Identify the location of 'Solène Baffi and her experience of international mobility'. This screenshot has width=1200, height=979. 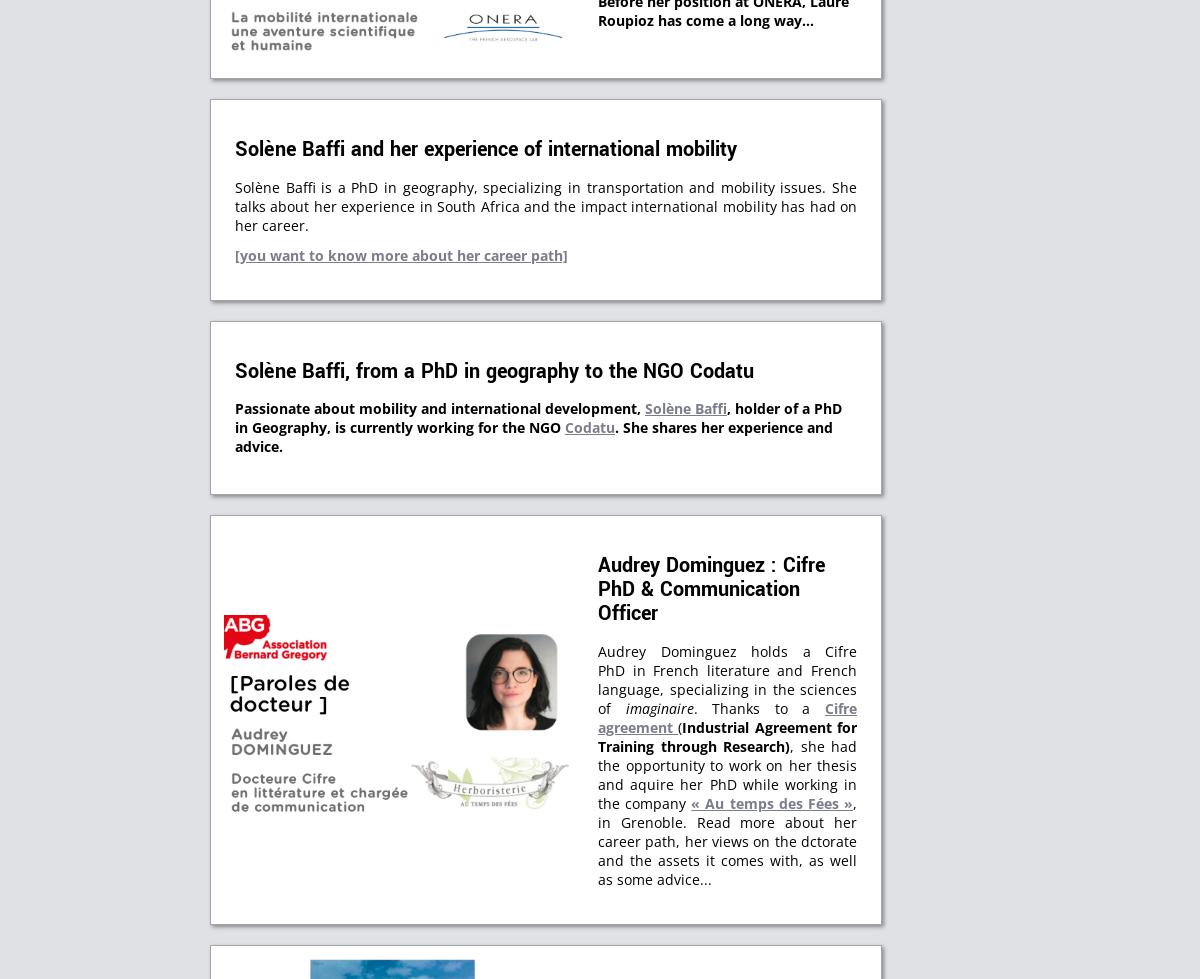
(485, 149).